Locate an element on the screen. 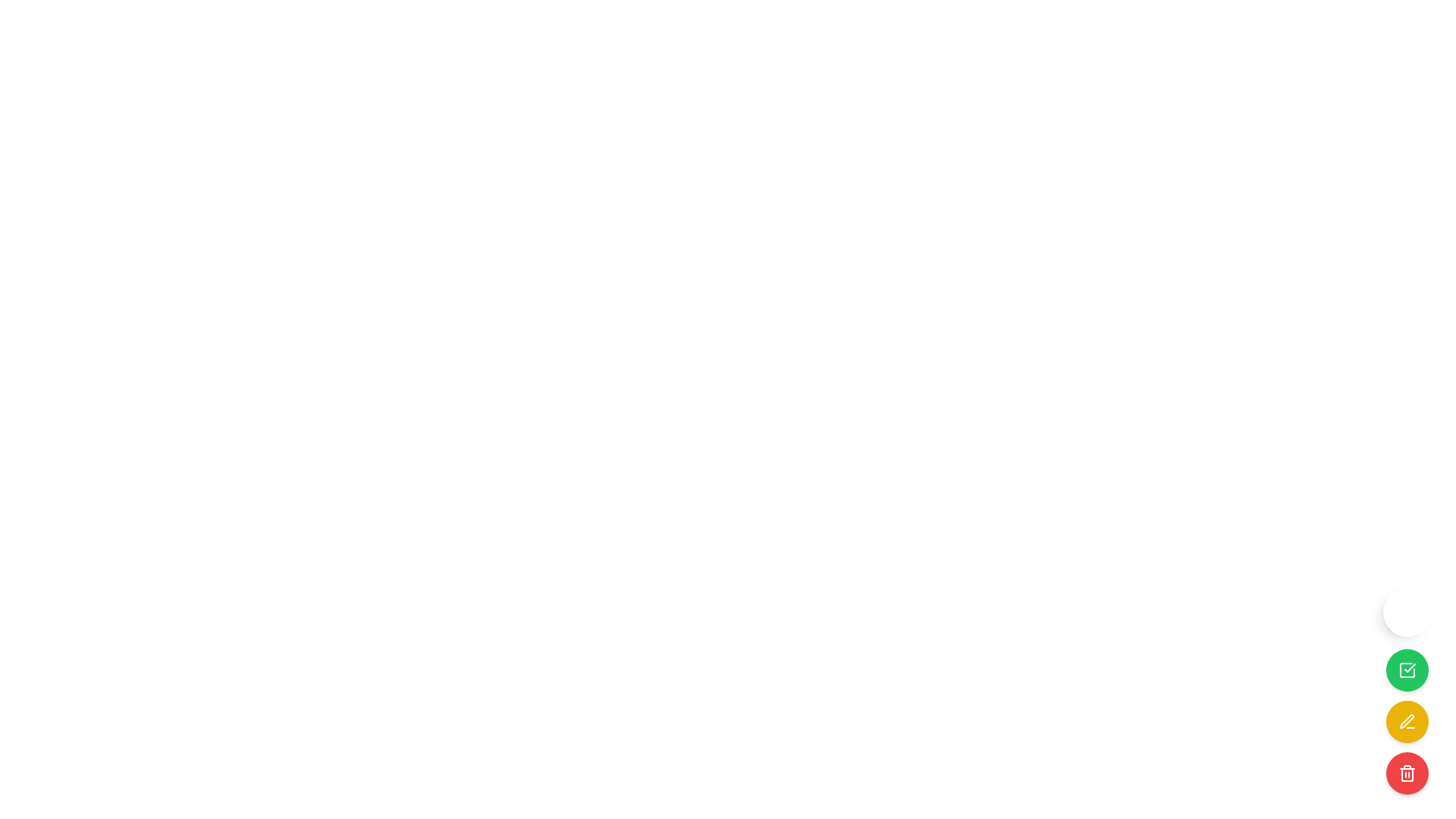 Image resolution: width=1456 pixels, height=819 pixels. the green checkmark icon located at the bottom-right corner of the interface, which is the topmost among three vertically aligned circular icons is located at coordinates (1407, 669).